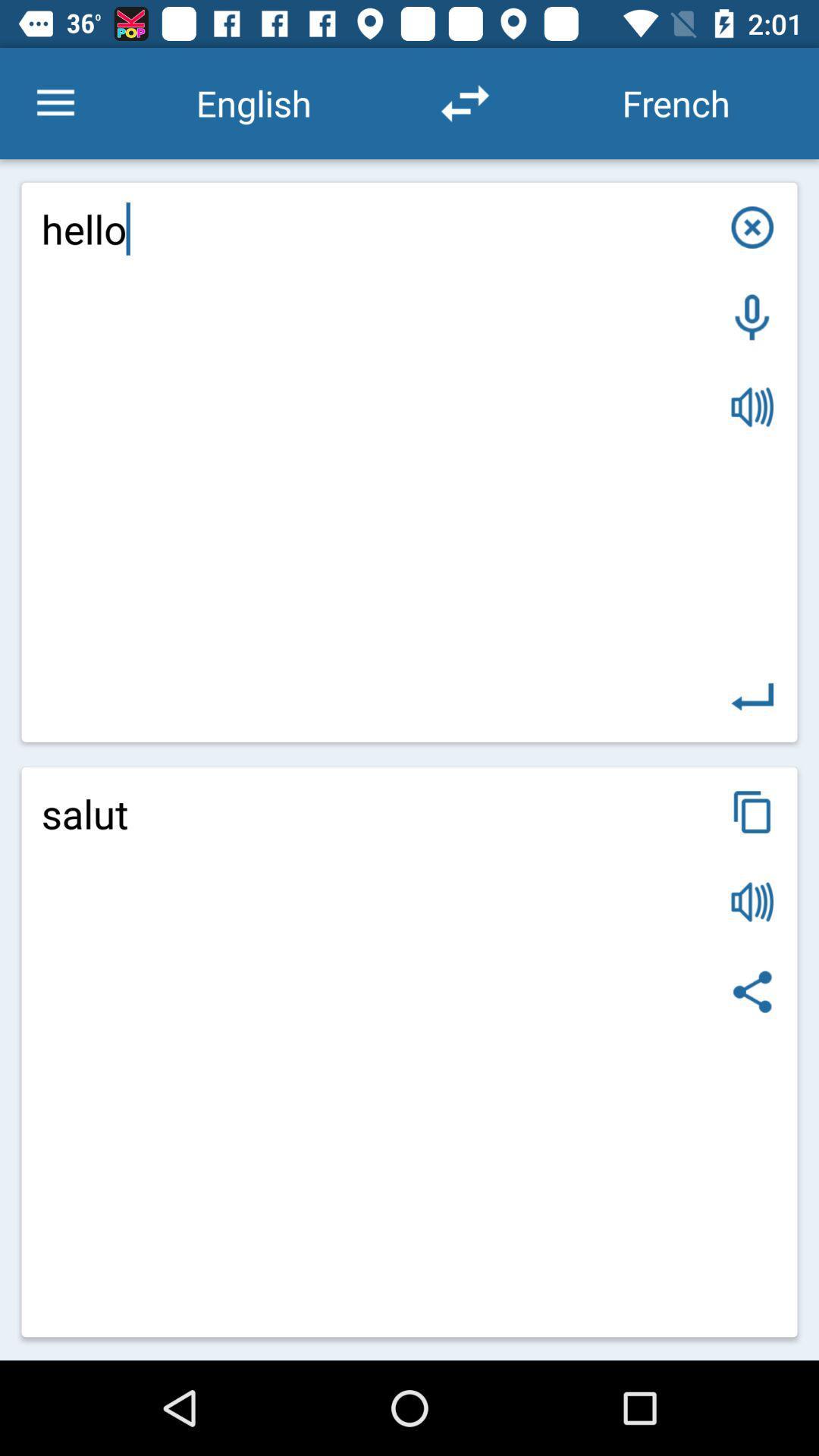 This screenshot has height=1456, width=819. What do you see at coordinates (55, 102) in the screenshot?
I see `the icon above hello item` at bounding box center [55, 102].